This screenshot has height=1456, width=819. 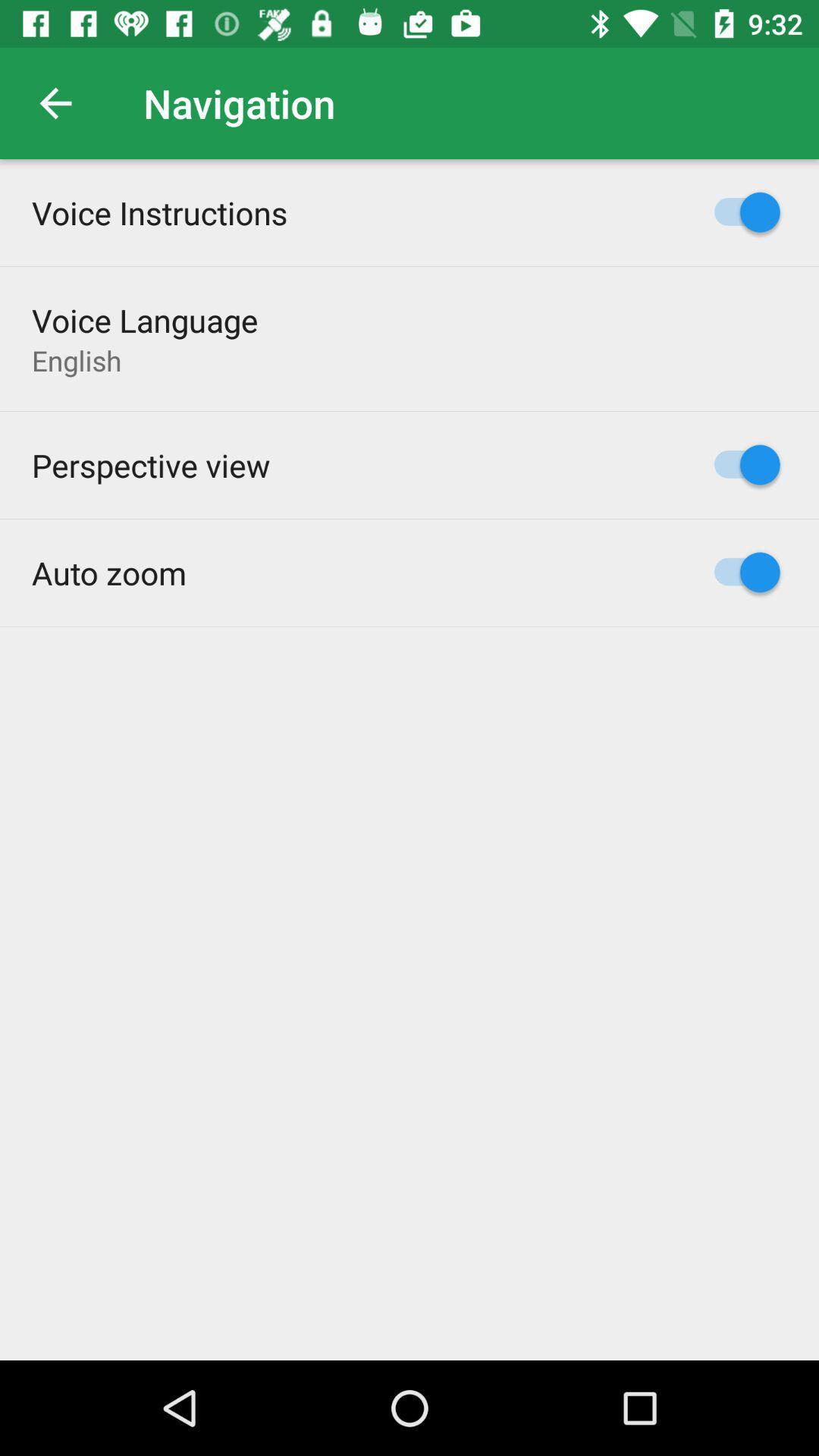 What do you see at coordinates (159, 212) in the screenshot?
I see `voice instructions` at bounding box center [159, 212].